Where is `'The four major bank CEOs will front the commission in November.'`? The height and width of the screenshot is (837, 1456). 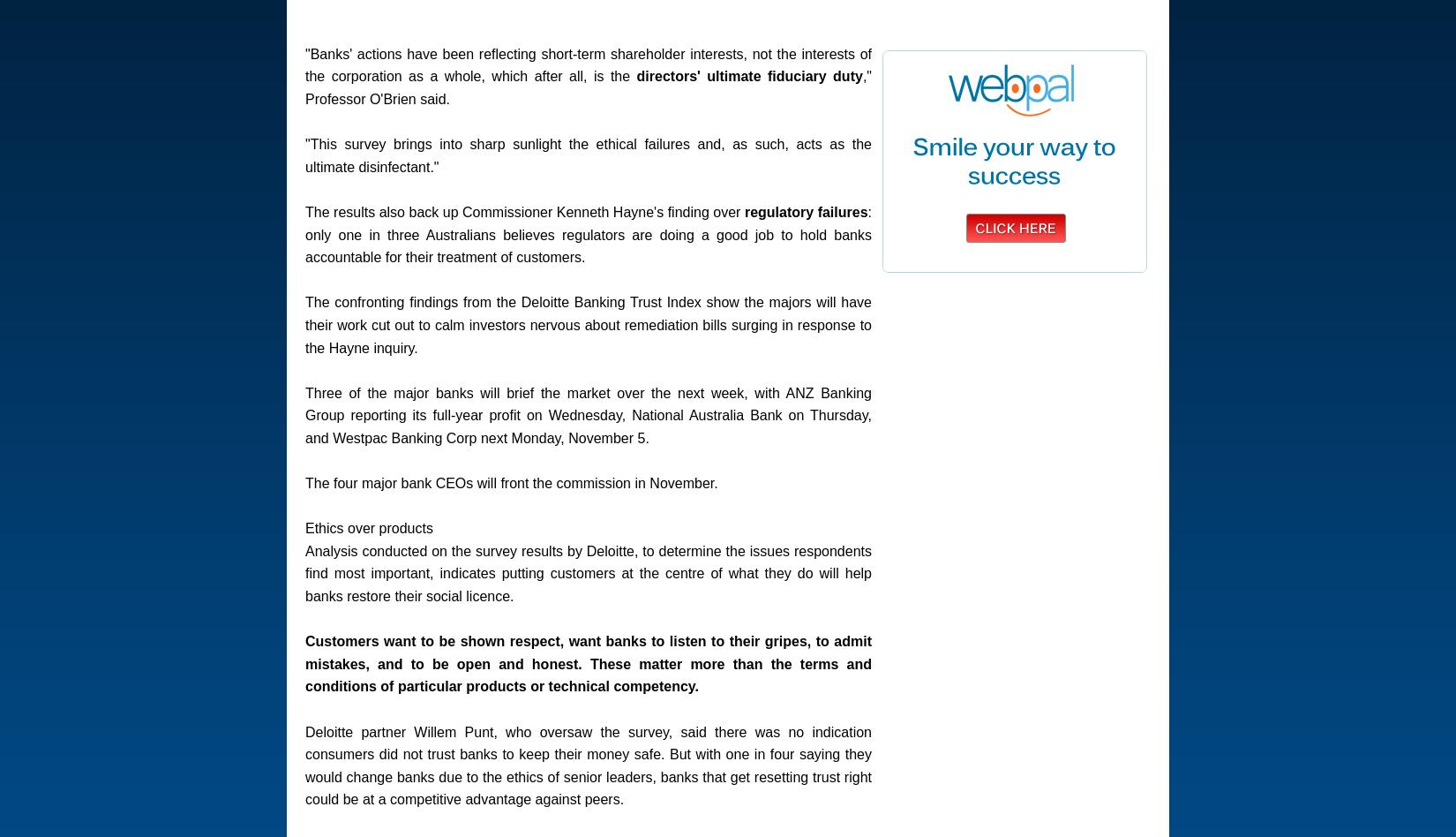
'The four major bank CEOs will front the commission in November.' is located at coordinates (510, 483).